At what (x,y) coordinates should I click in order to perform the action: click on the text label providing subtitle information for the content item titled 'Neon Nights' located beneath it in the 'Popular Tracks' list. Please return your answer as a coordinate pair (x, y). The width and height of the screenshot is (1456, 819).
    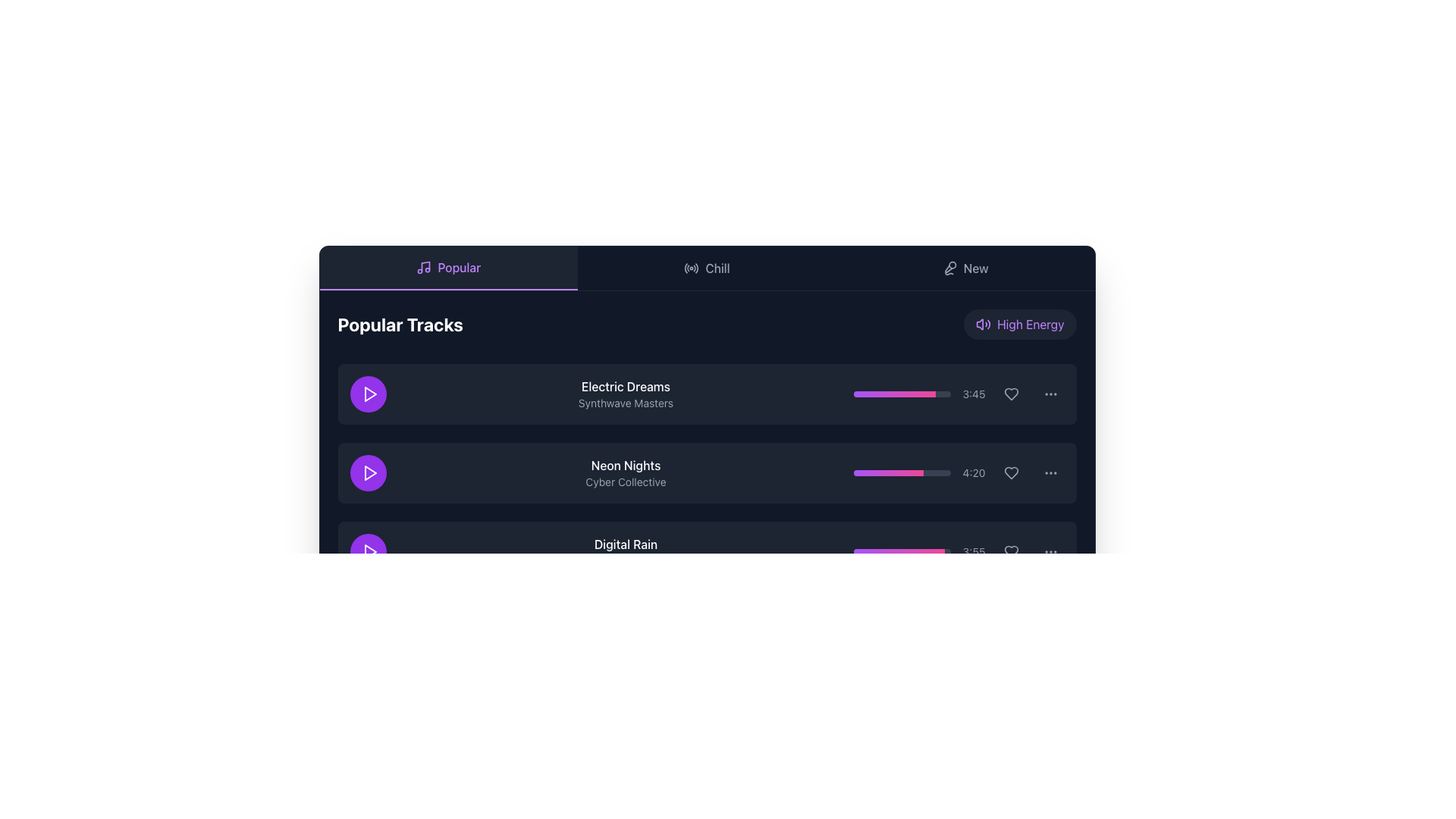
    Looking at the image, I should click on (626, 482).